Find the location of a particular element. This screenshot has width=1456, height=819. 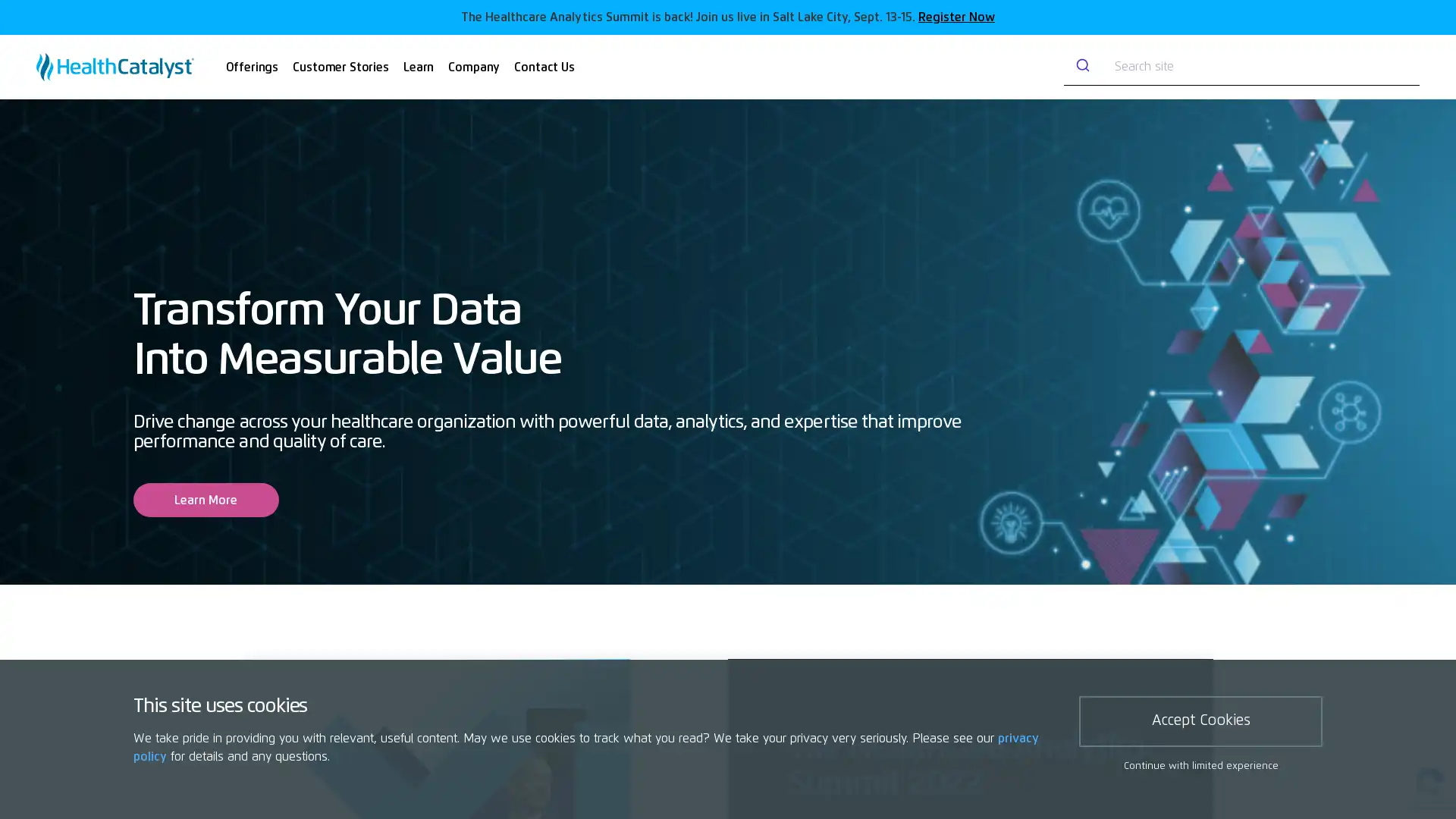

Submit is located at coordinates (1080, 66).